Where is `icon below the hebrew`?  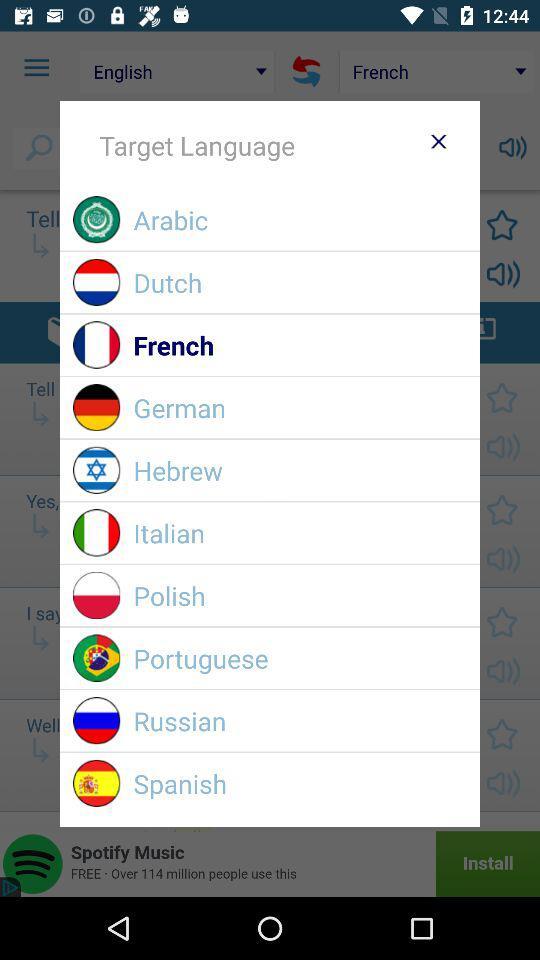
icon below the hebrew is located at coordinates (299, 532).